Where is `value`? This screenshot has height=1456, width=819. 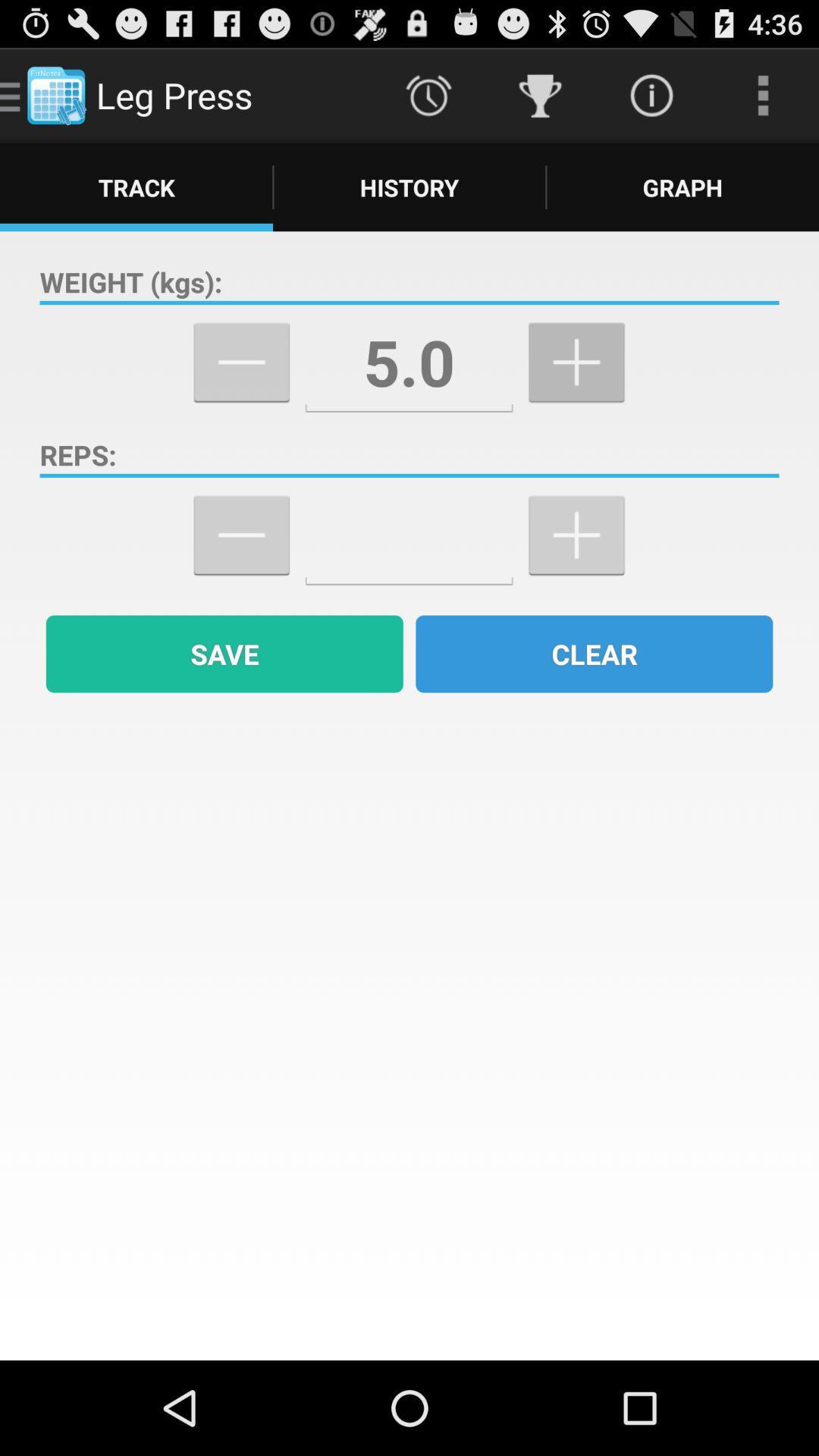 value is located at coordinates (408, 535).